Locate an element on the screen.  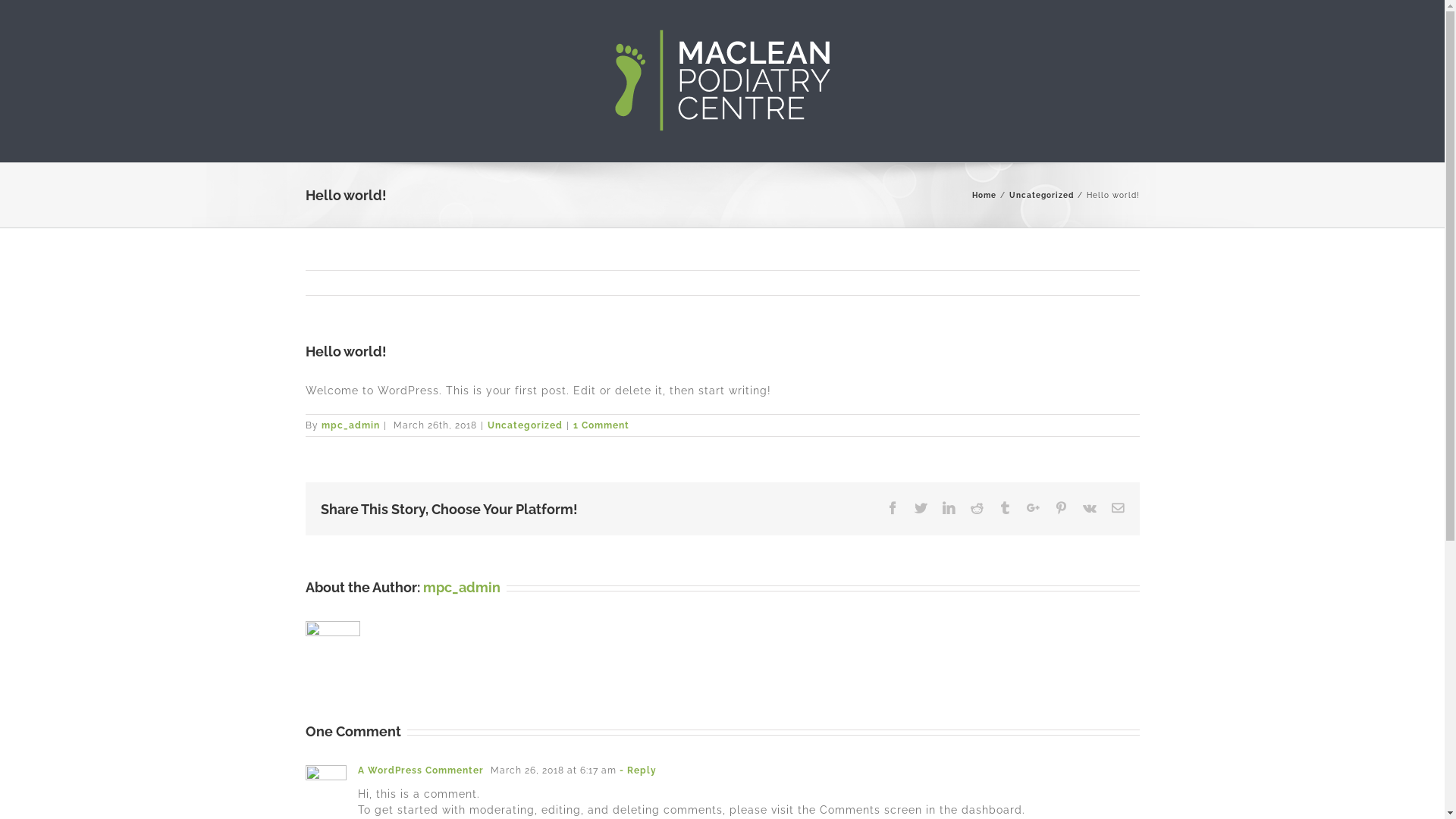
'Facebook' is located at coordinates (892, 508).